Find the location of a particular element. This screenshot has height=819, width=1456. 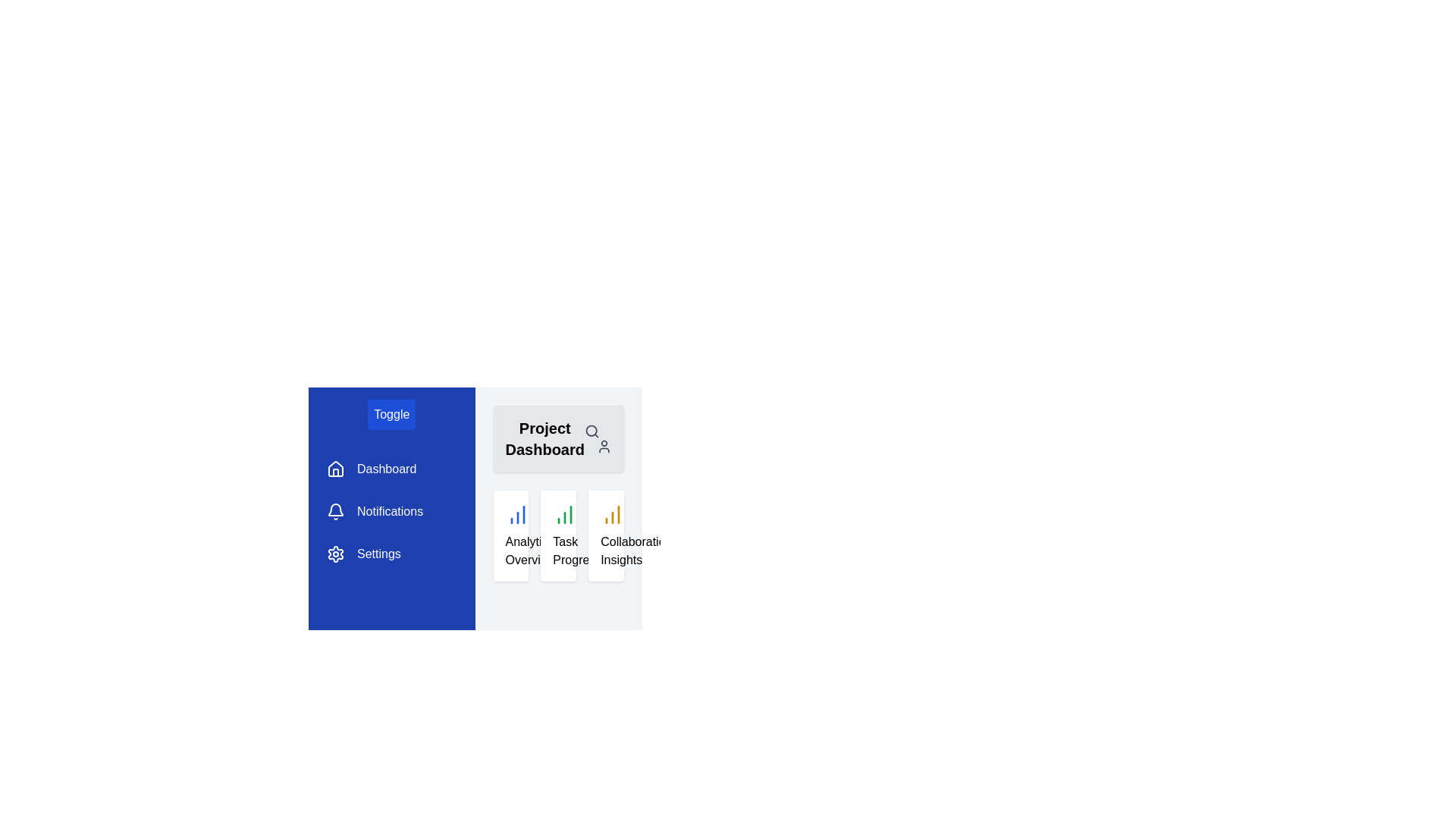

the notification icon located to the left of the 'Notifications' text in the second item of the vertical menu bar on the left side of the interface is located at coordinates (334, 512).